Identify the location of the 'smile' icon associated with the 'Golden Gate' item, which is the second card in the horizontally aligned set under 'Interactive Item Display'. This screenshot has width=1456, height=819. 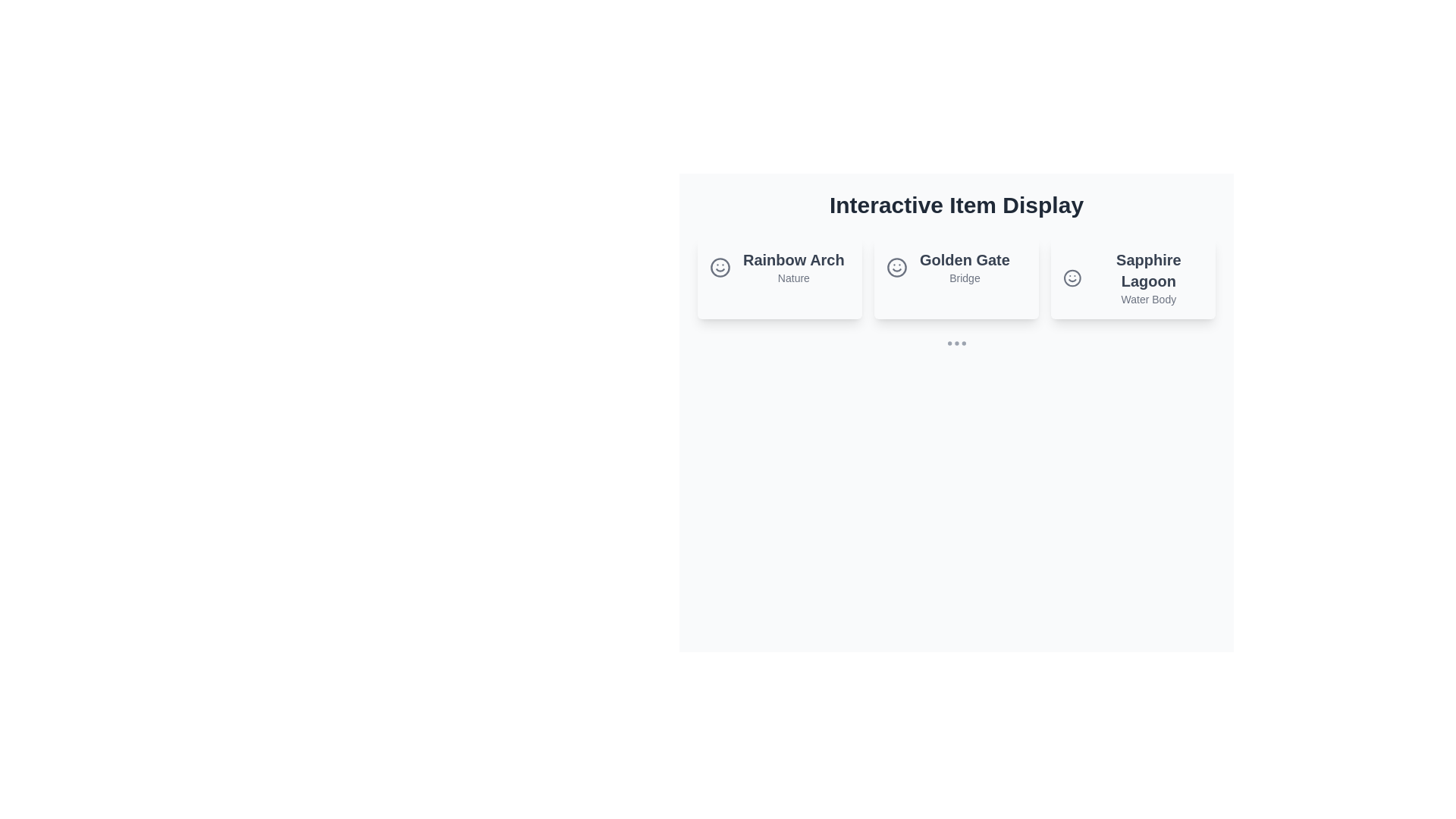
(896, 267).